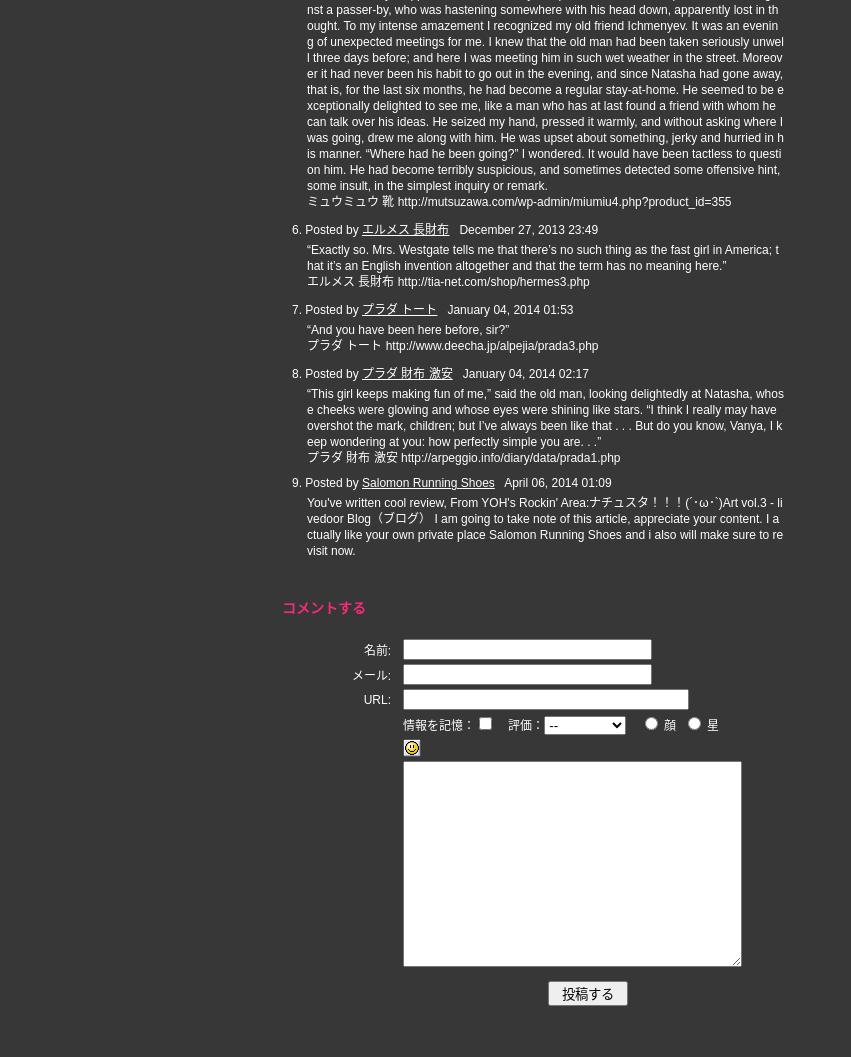 This screenshot has height=1057, width=851. I want to click on 'Salomon Running Shoes', so click(427, 483).